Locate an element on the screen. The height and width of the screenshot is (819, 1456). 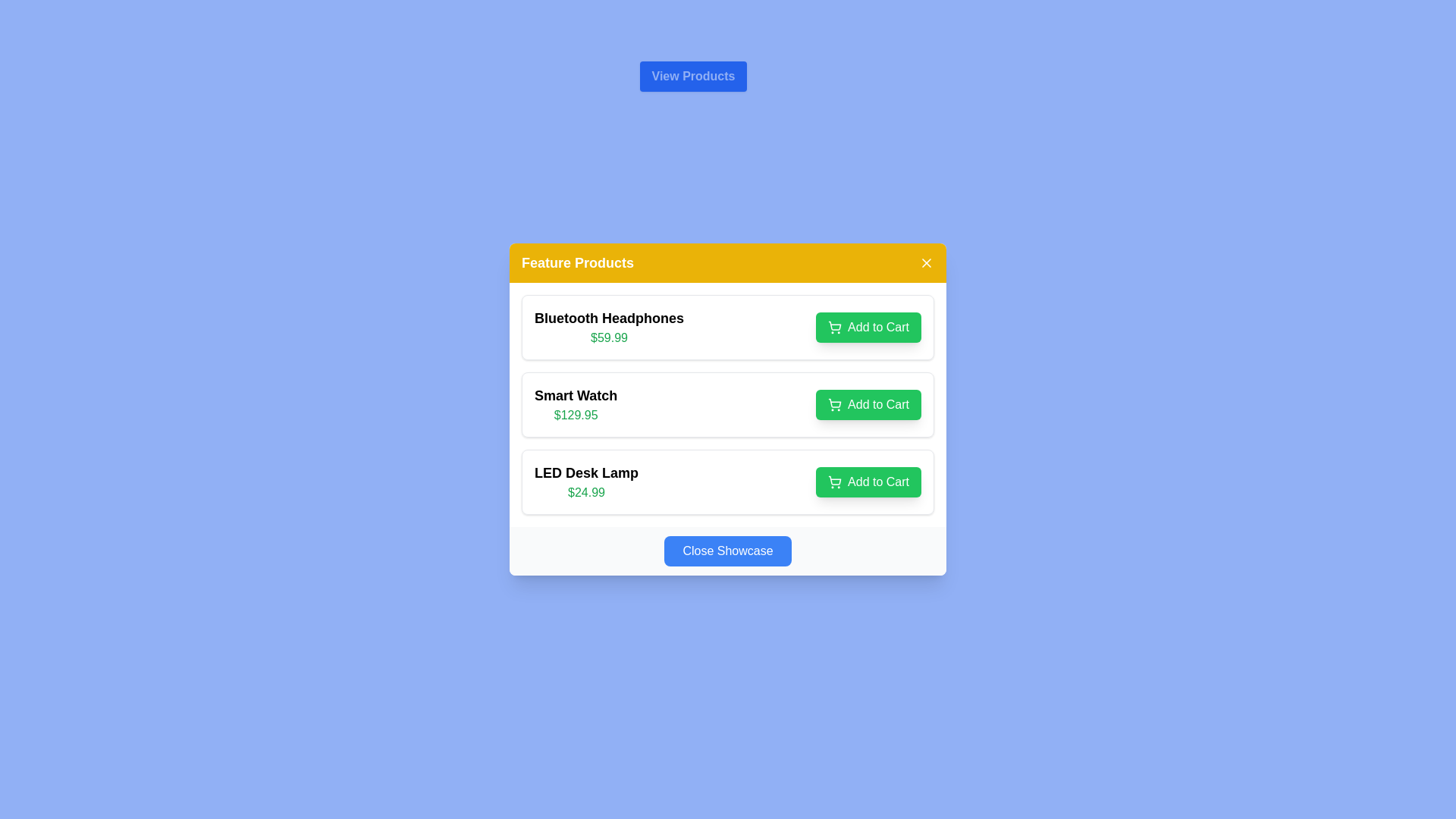
the shopping cart icon representing the 'Add to Cart' button for the second product, 'Smart Watch' is located at coordinates (834, 402).